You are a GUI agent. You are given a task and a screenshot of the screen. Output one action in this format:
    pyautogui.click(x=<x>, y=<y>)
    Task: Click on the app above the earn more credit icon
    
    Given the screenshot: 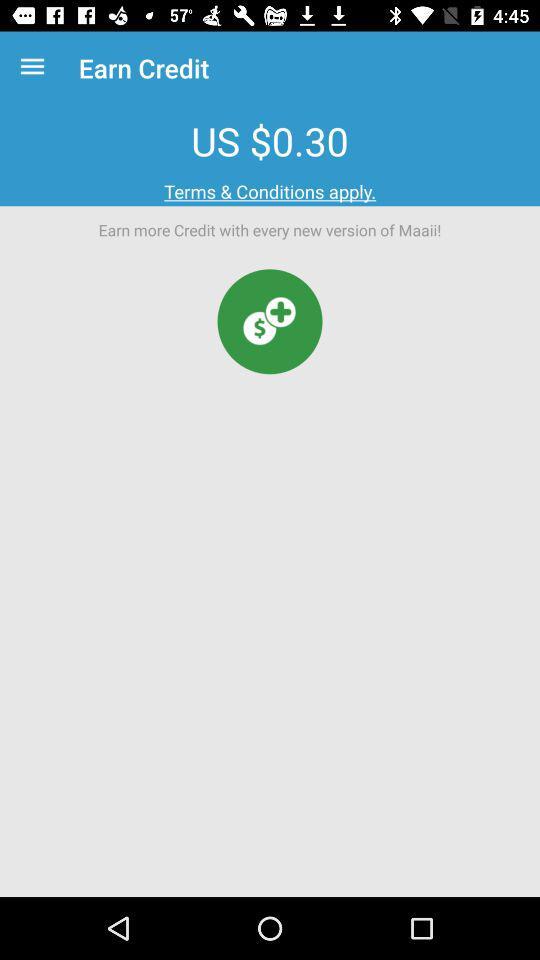 What is the action you would take?
    pyautogui.click(x=270, y=191)
    